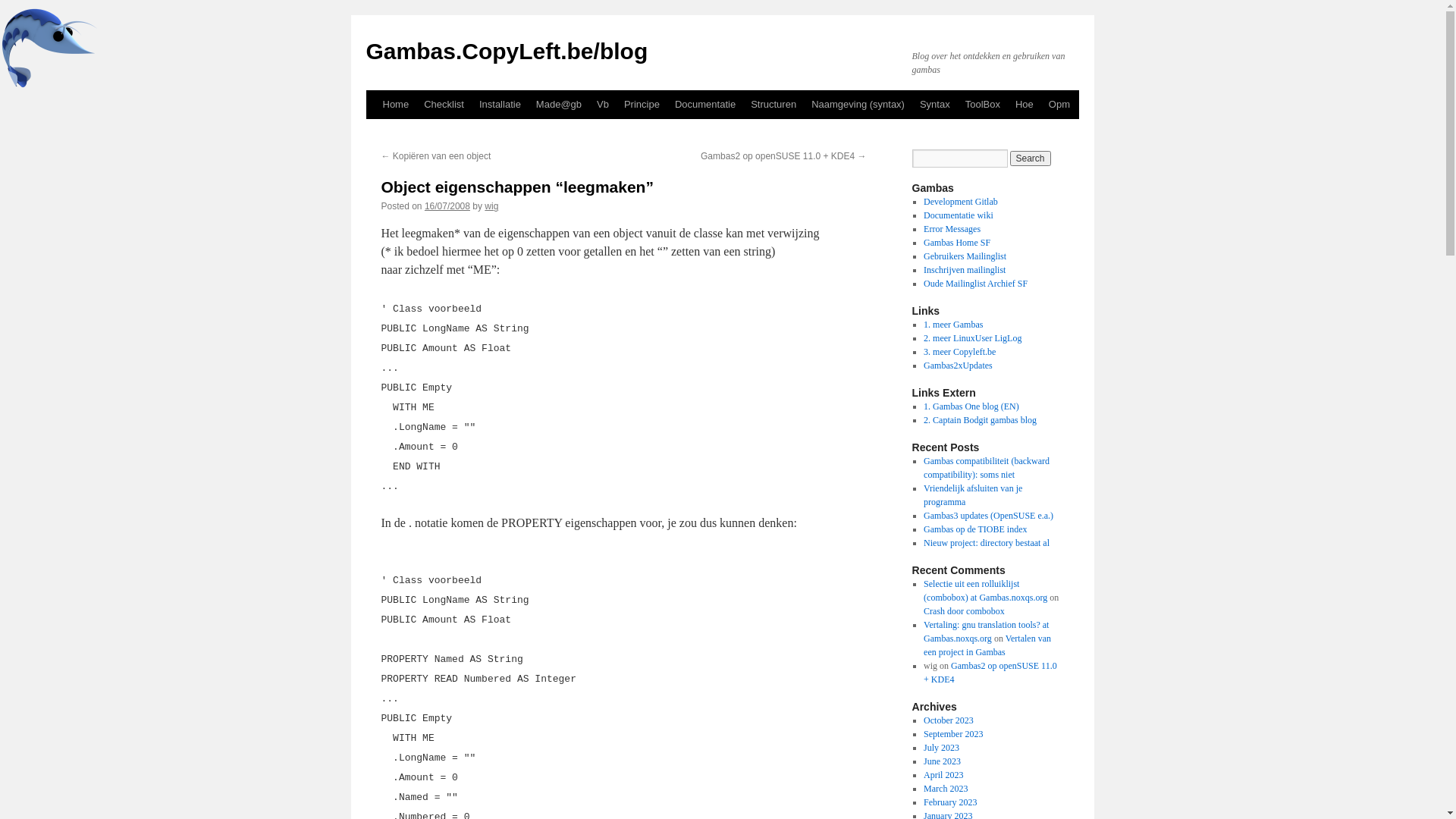 The height and width of the screenshot is (819, 1456). Describe the element at coordinates (443, 104) in the screenshot. I see `'Checklist'` at that location.